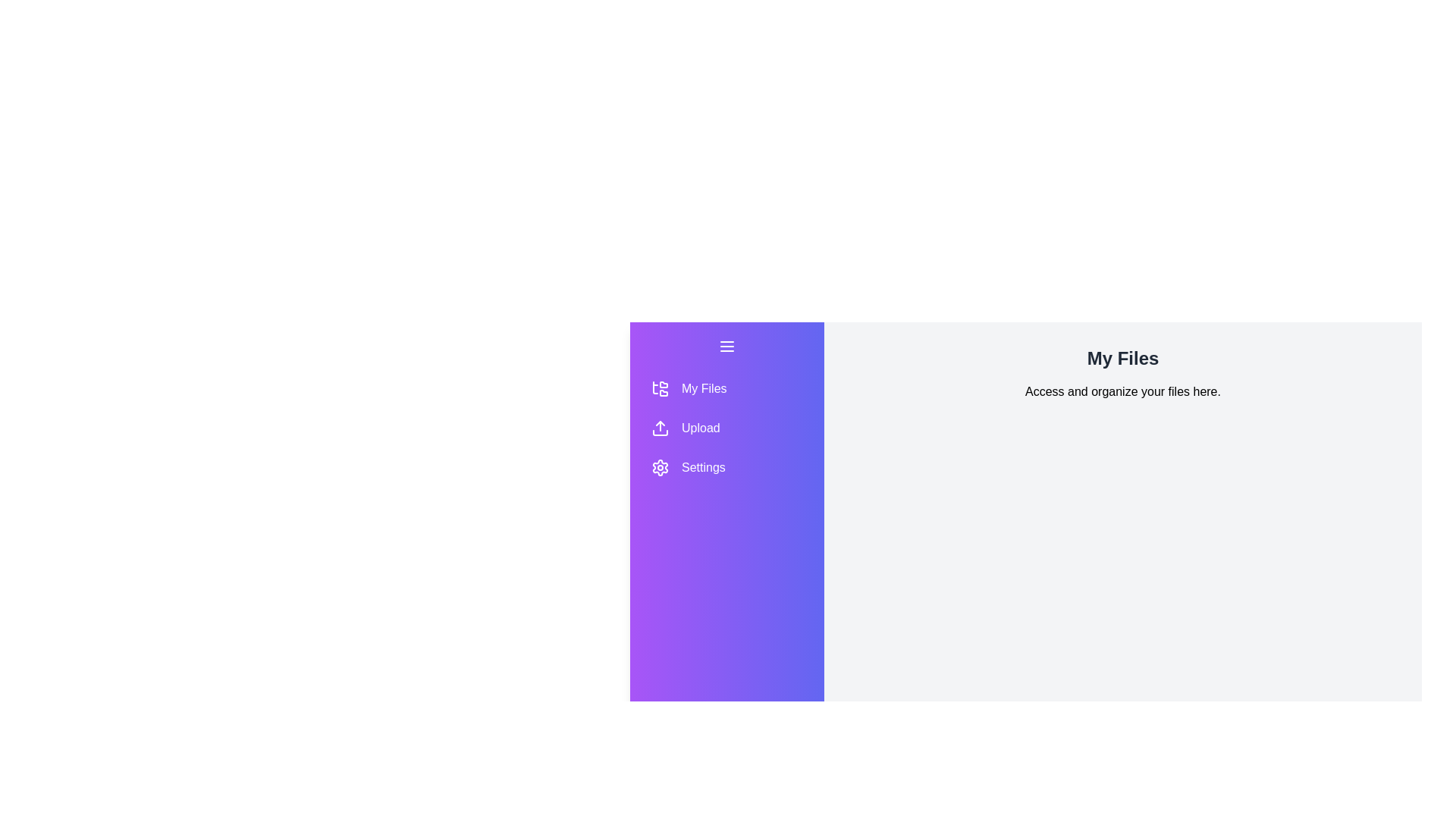  Describe the element at coordinates (726, 467) in the screenshot. I see `the section button labeled Settings` at that location.